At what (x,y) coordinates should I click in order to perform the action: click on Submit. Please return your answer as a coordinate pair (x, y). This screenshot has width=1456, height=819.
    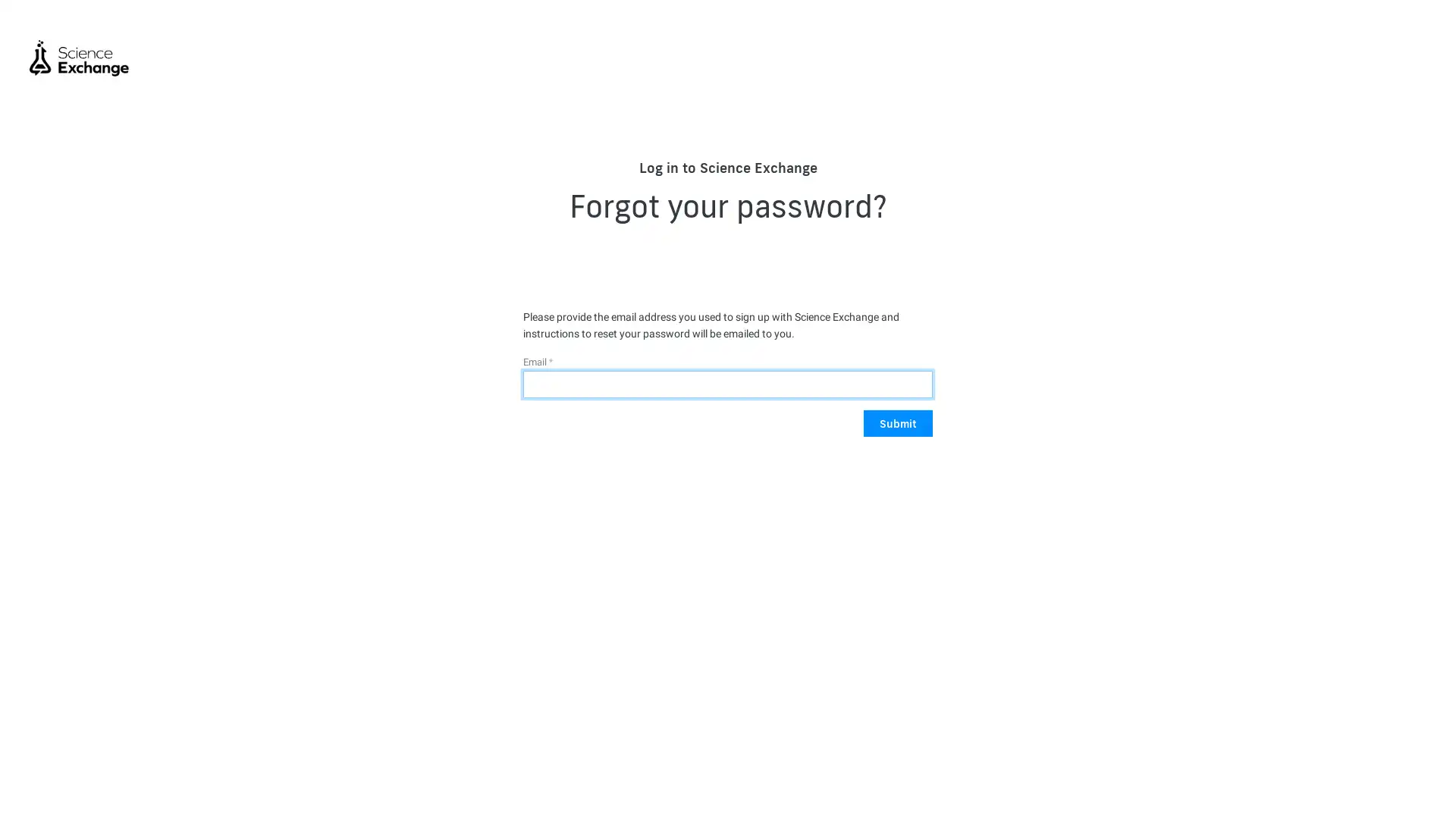
    Looking at the image, I should click on (898, 423).